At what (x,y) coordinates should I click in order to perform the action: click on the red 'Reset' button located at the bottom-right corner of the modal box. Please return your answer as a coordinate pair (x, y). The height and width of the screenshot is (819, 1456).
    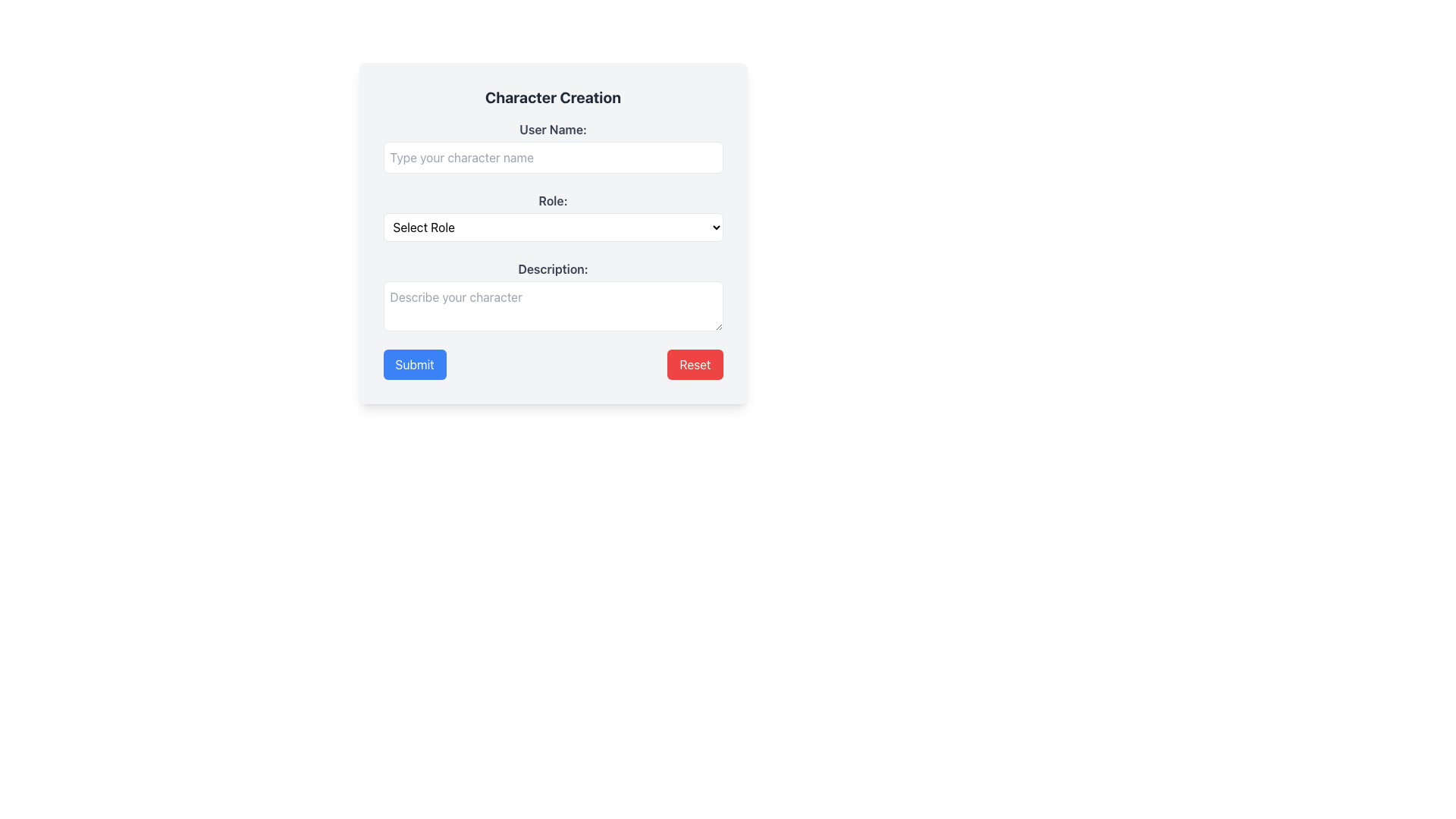
    Looking at the image, I should click on (694, 365).